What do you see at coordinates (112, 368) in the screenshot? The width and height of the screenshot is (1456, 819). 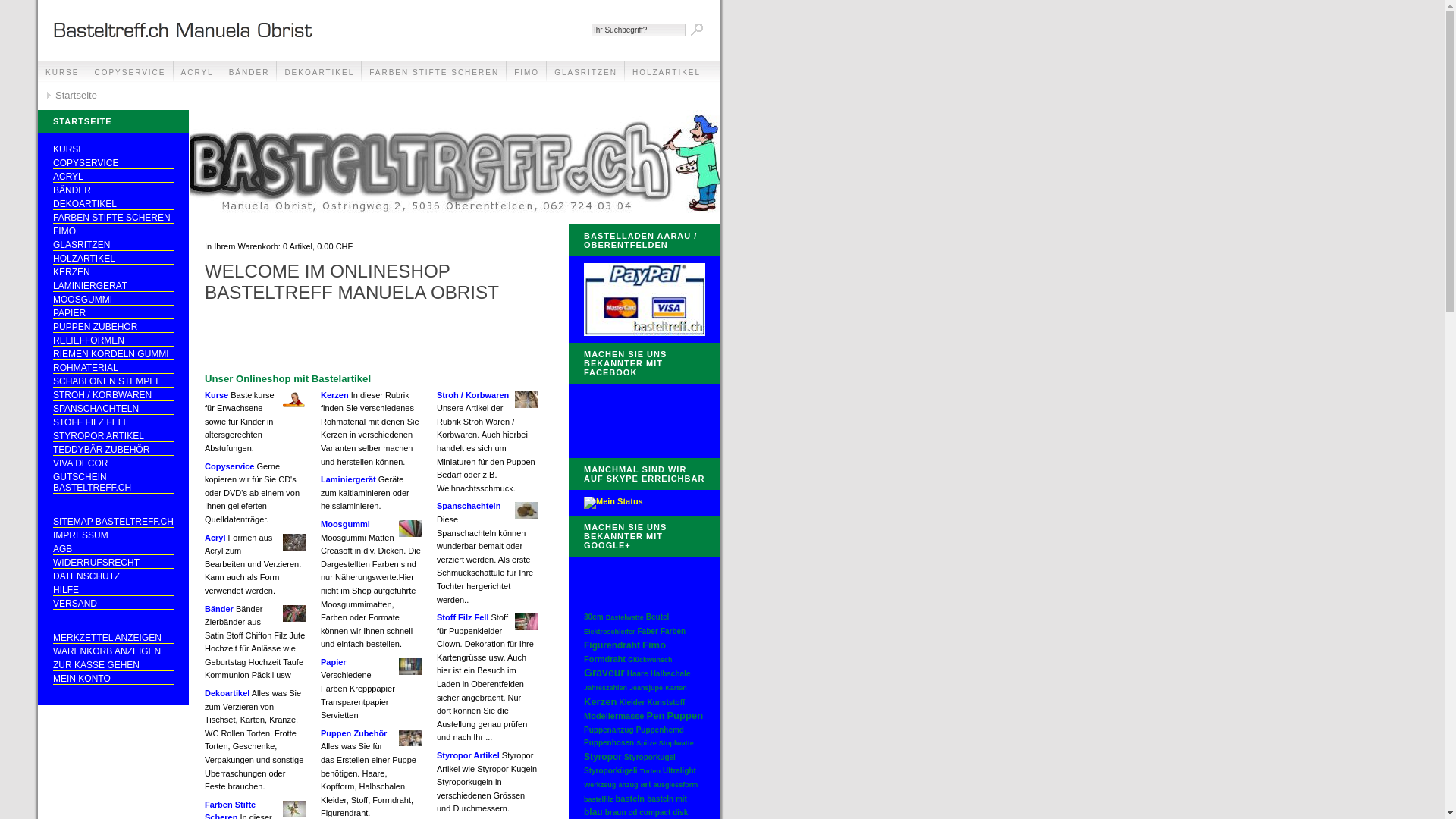 I see `'ROHMATERIAL'` at bounding box center [112, 368].